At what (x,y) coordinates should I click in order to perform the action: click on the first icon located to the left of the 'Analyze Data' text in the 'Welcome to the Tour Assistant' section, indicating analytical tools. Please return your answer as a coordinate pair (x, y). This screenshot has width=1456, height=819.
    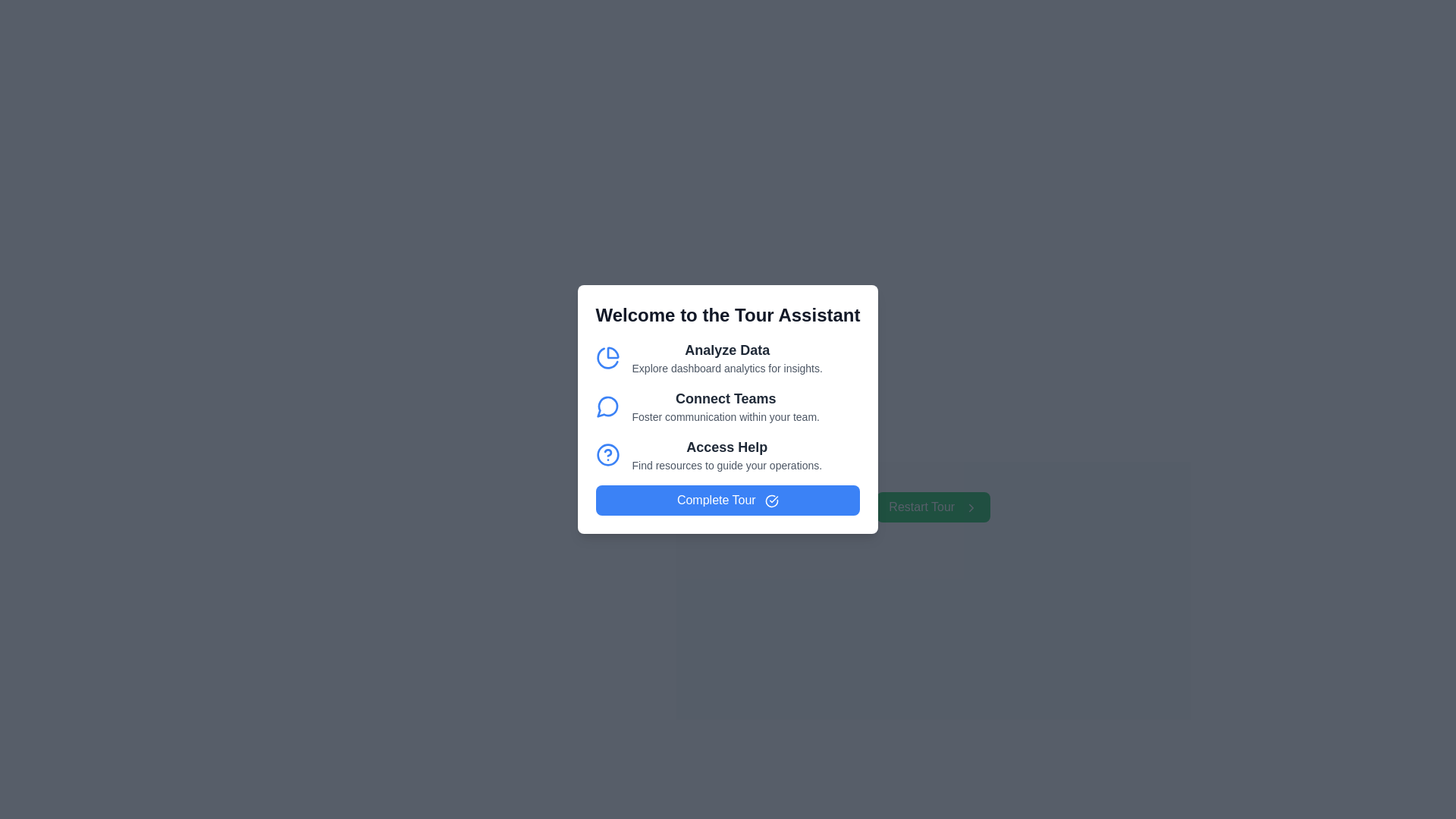
    Looking at the image, I should click on (607, 357).